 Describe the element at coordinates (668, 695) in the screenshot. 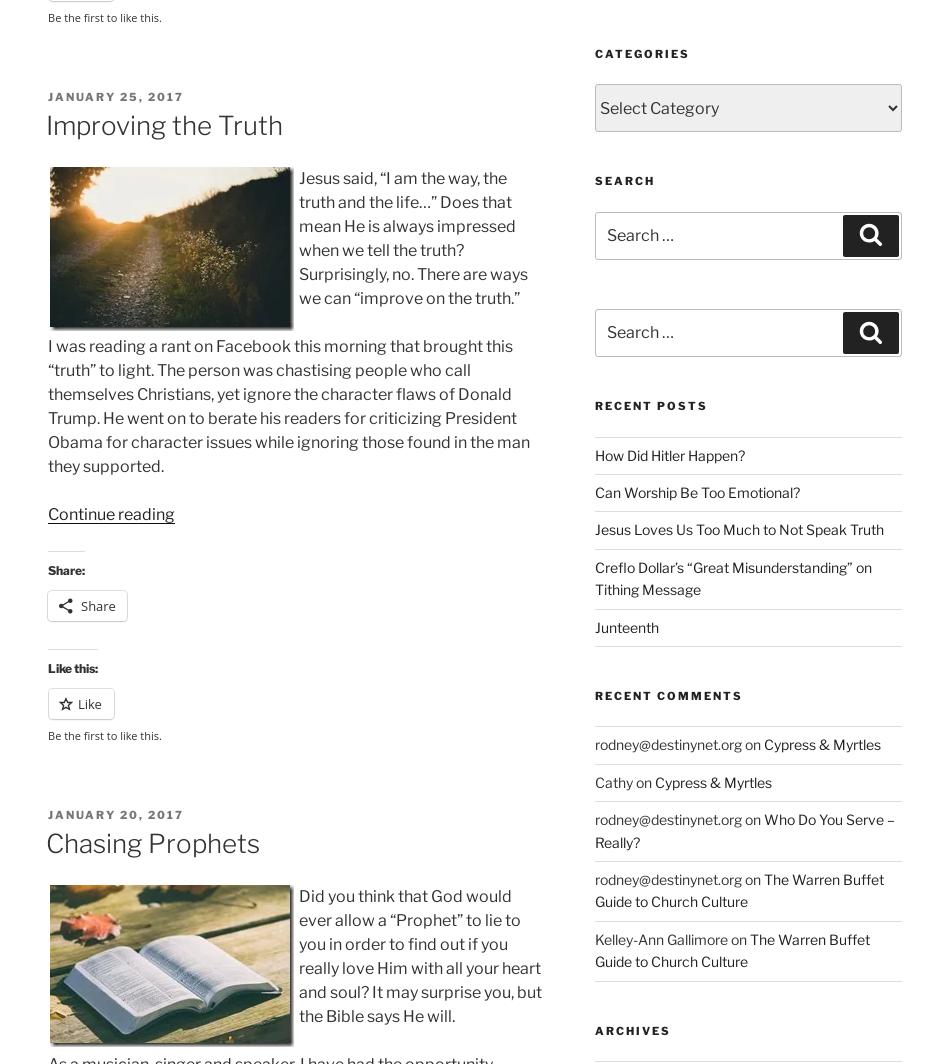

I see `'Recent Comments'` at that location.